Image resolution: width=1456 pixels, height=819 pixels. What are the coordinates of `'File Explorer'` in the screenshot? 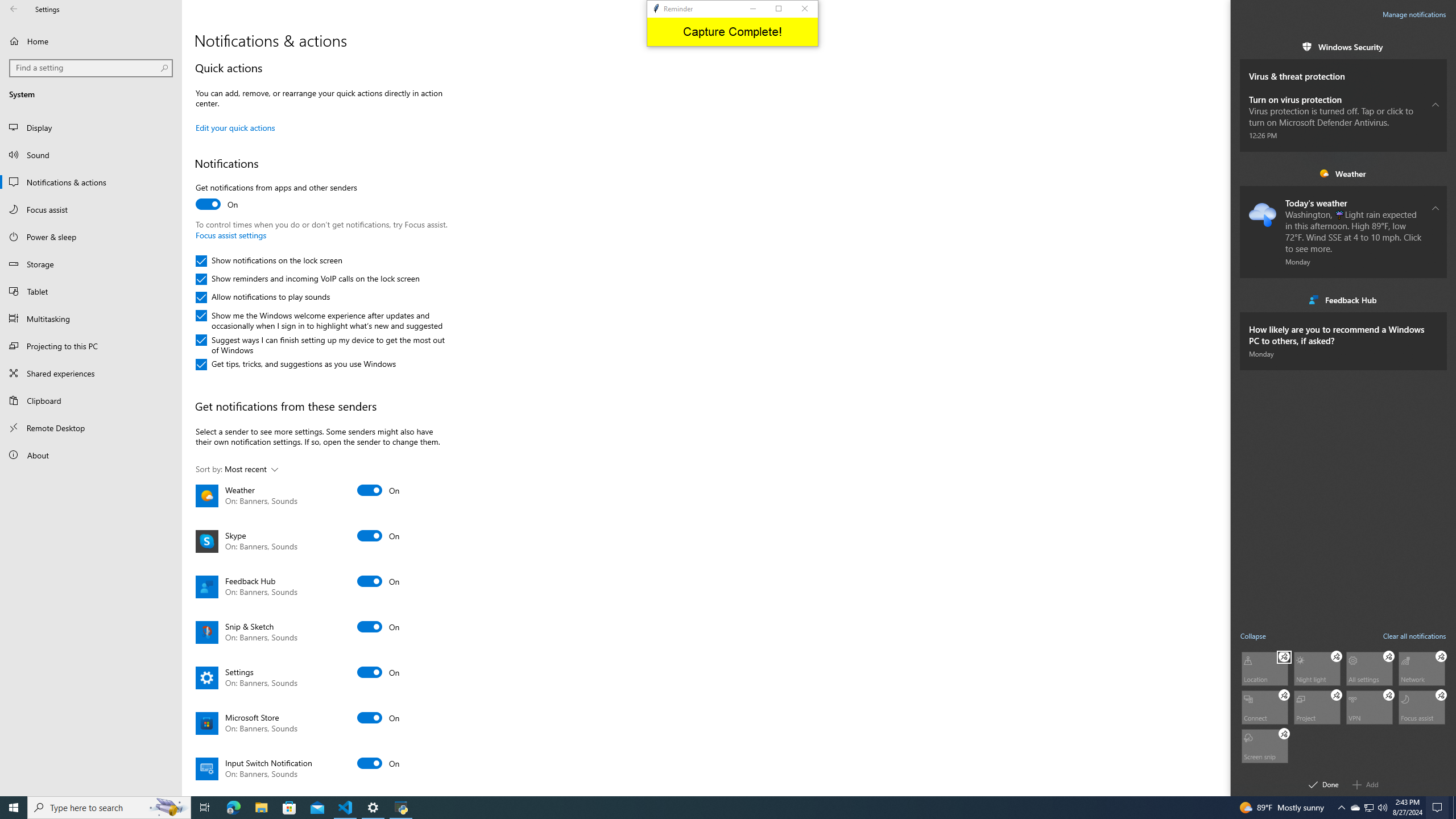 It's located at (260, 806).